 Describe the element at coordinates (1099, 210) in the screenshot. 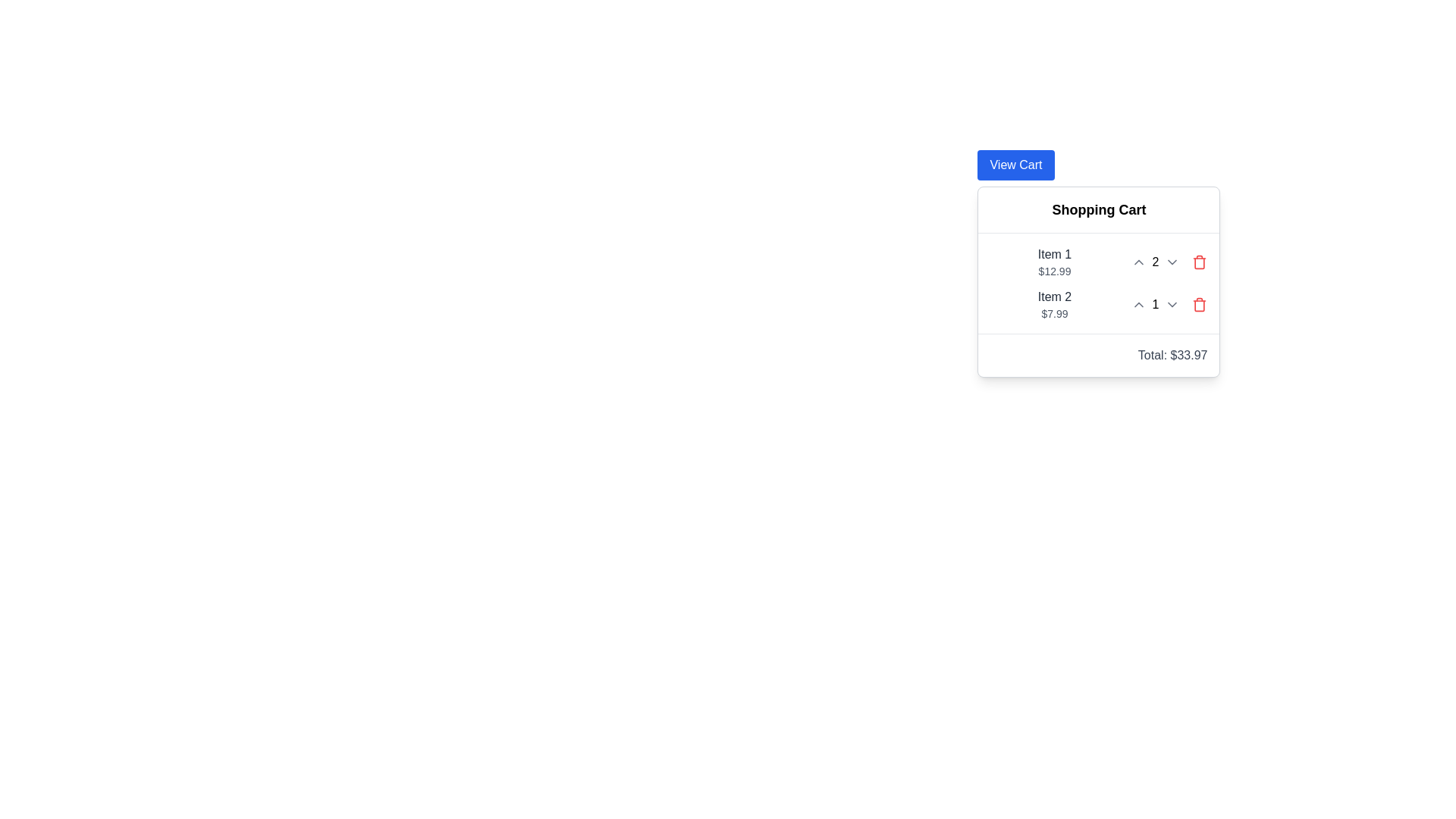

I see `the 'Shopping Cart' text label located below the 'View Cart' button in the shopping cart dropdown menu` at that location.